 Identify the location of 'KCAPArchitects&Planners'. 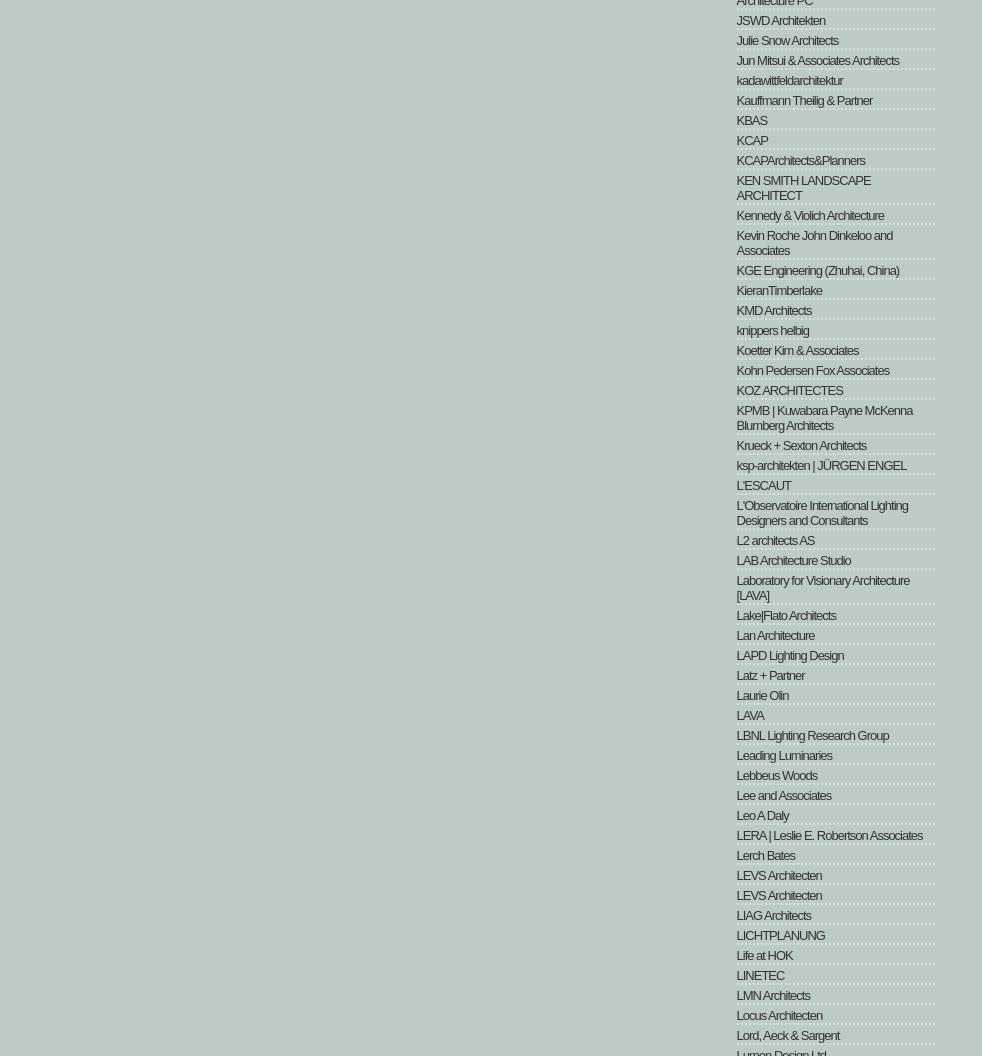
(735, 160).